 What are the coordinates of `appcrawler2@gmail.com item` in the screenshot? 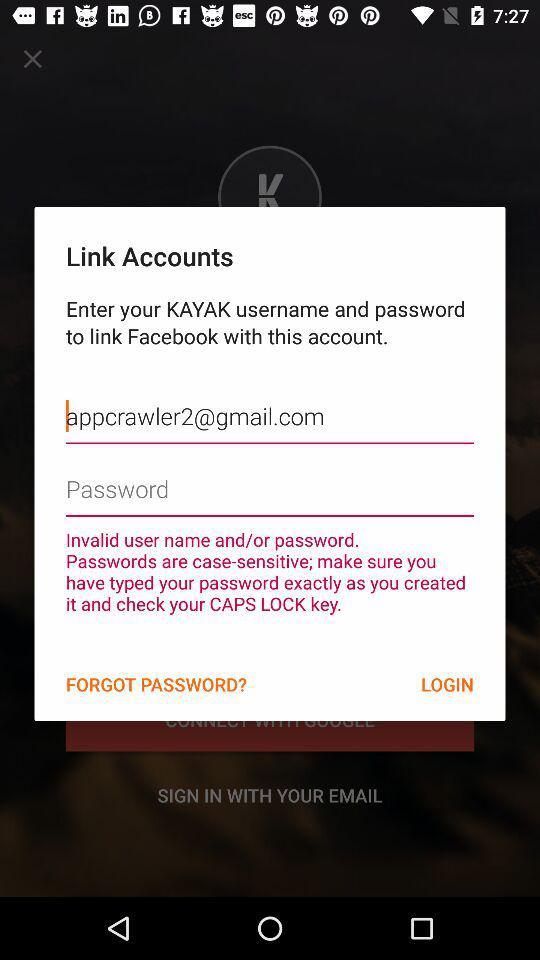 It's located at (270, 400).